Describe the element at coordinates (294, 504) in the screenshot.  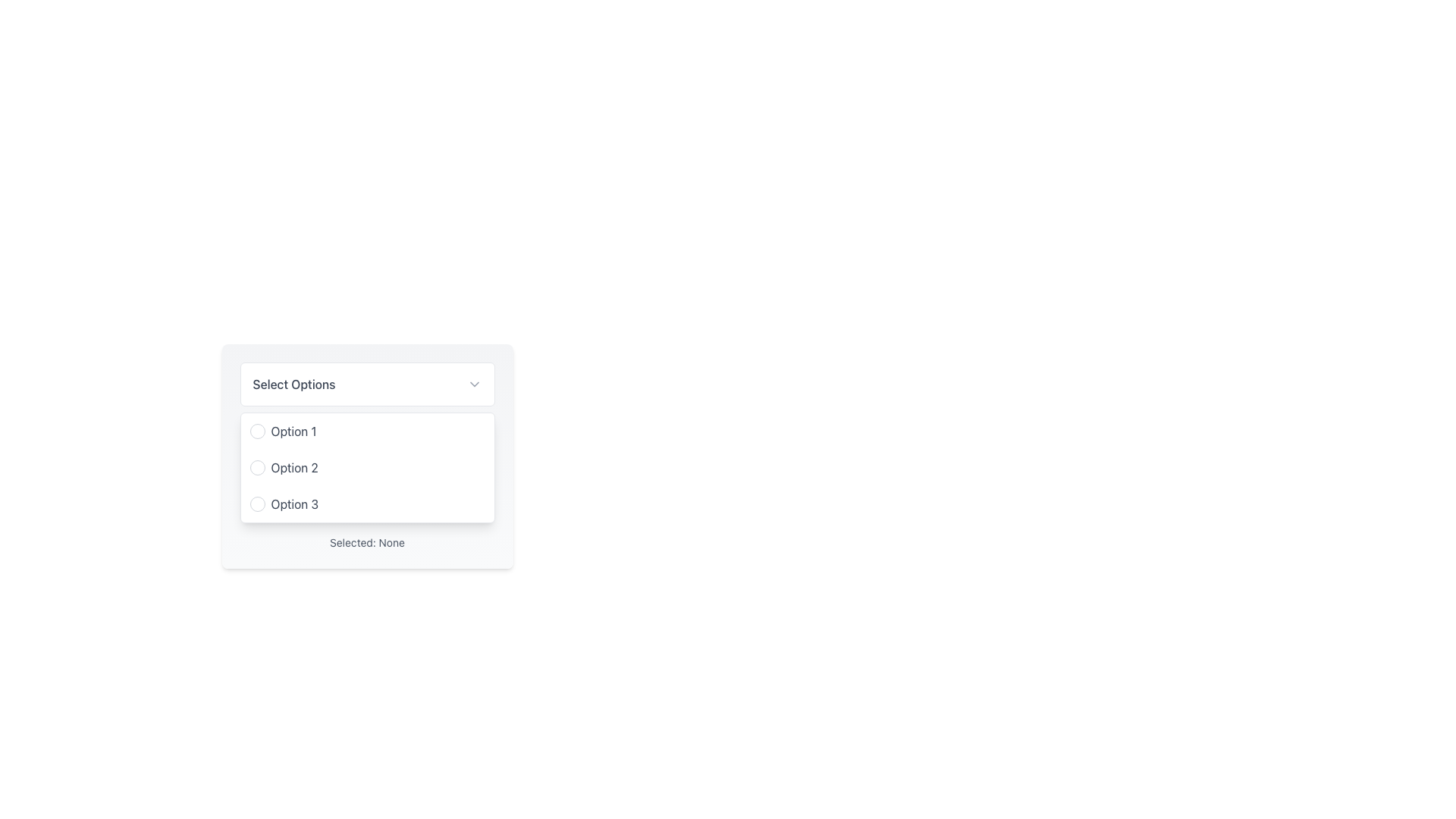
I see `the text label for the third selectable option in the dropdown list, which is located beneath 'Option 1' and 'Option 2', and aligned to the right of the radio button` at that location.